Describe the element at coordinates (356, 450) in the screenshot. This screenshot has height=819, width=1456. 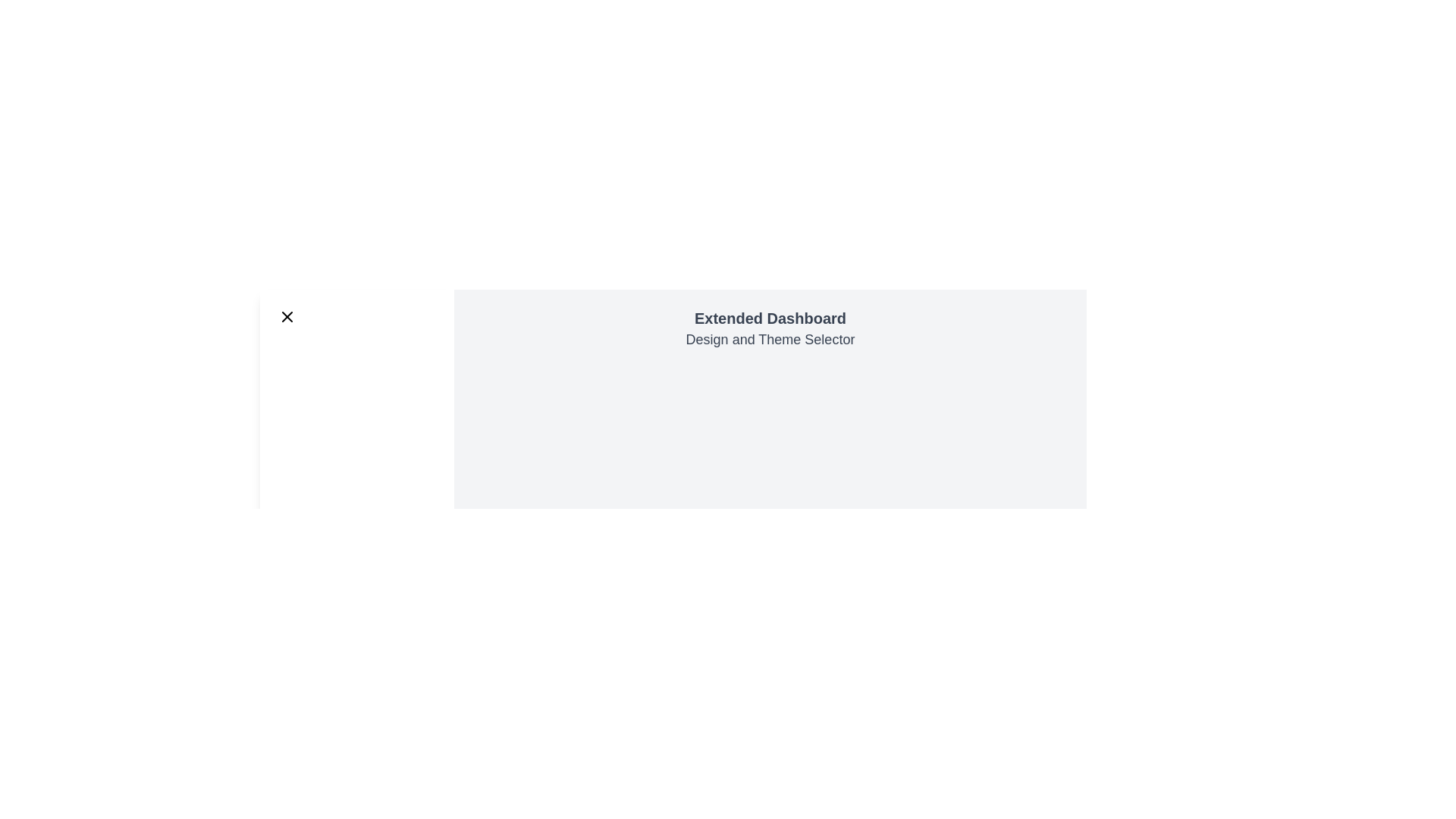
I see `the navigation item Cart` at that location.